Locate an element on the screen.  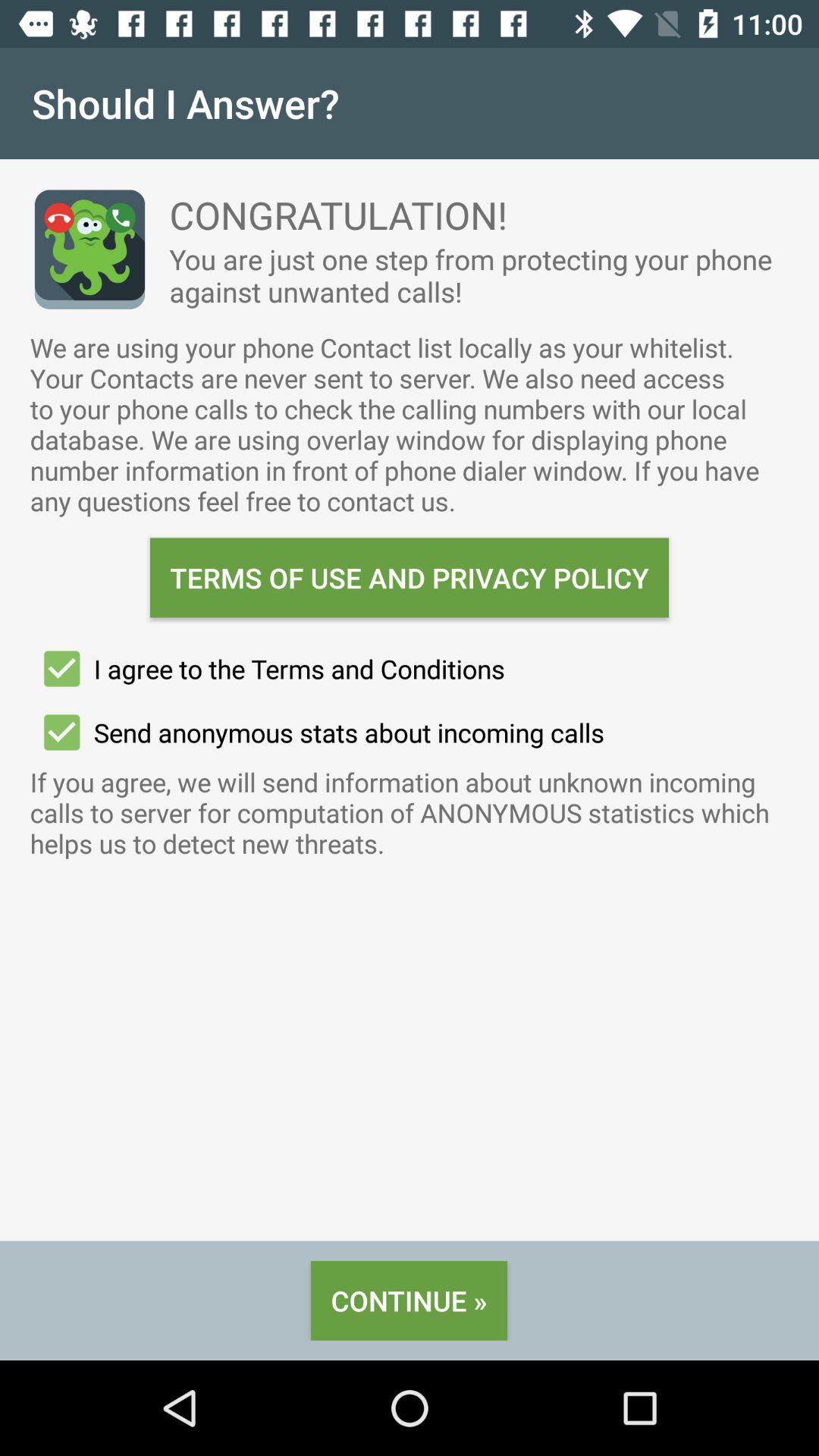
the terms of use item is located at coordinates (409, 577).